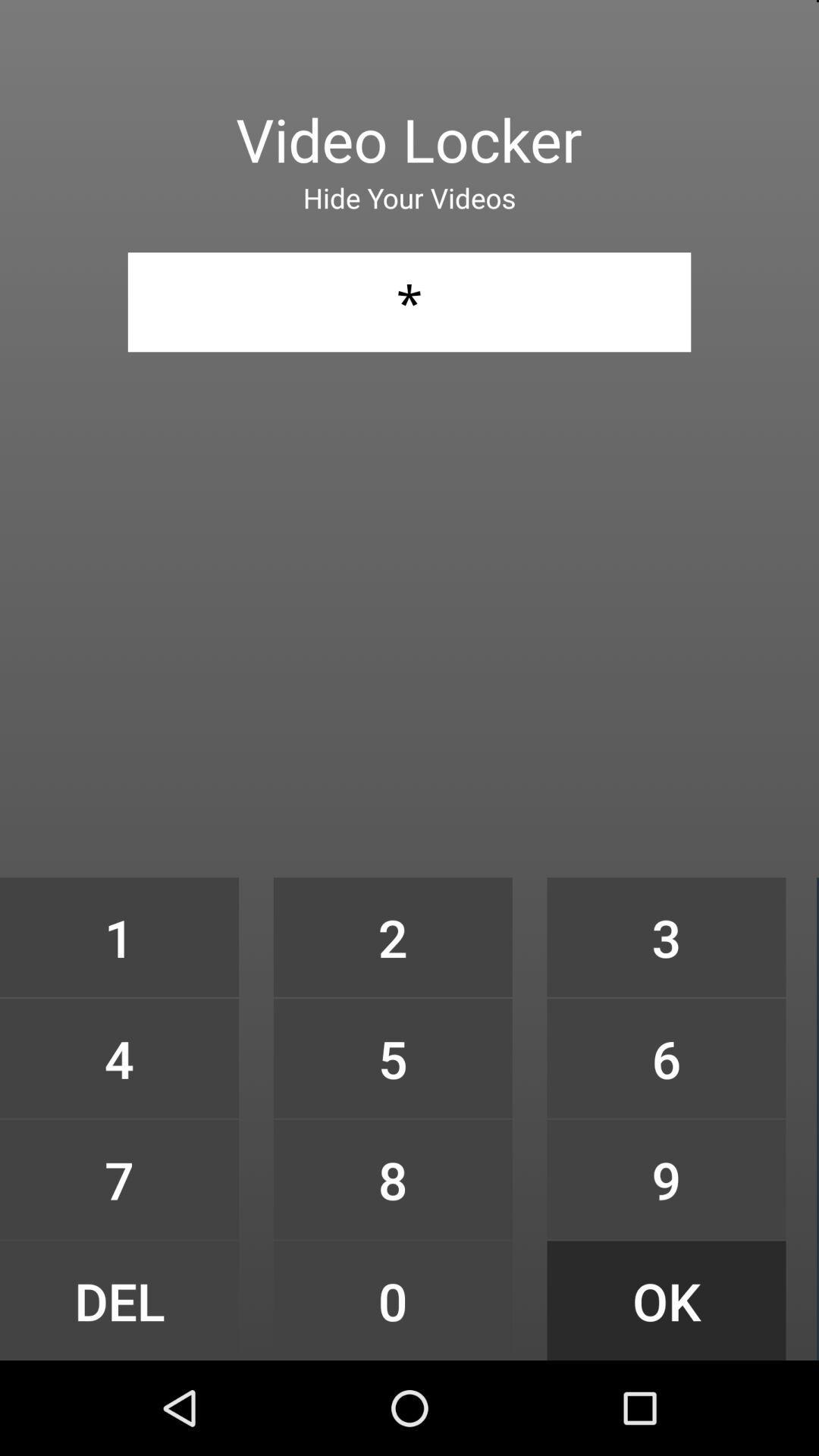 The image size is (819, 1456). I want to click on 6 icon, so click(666, 1057).